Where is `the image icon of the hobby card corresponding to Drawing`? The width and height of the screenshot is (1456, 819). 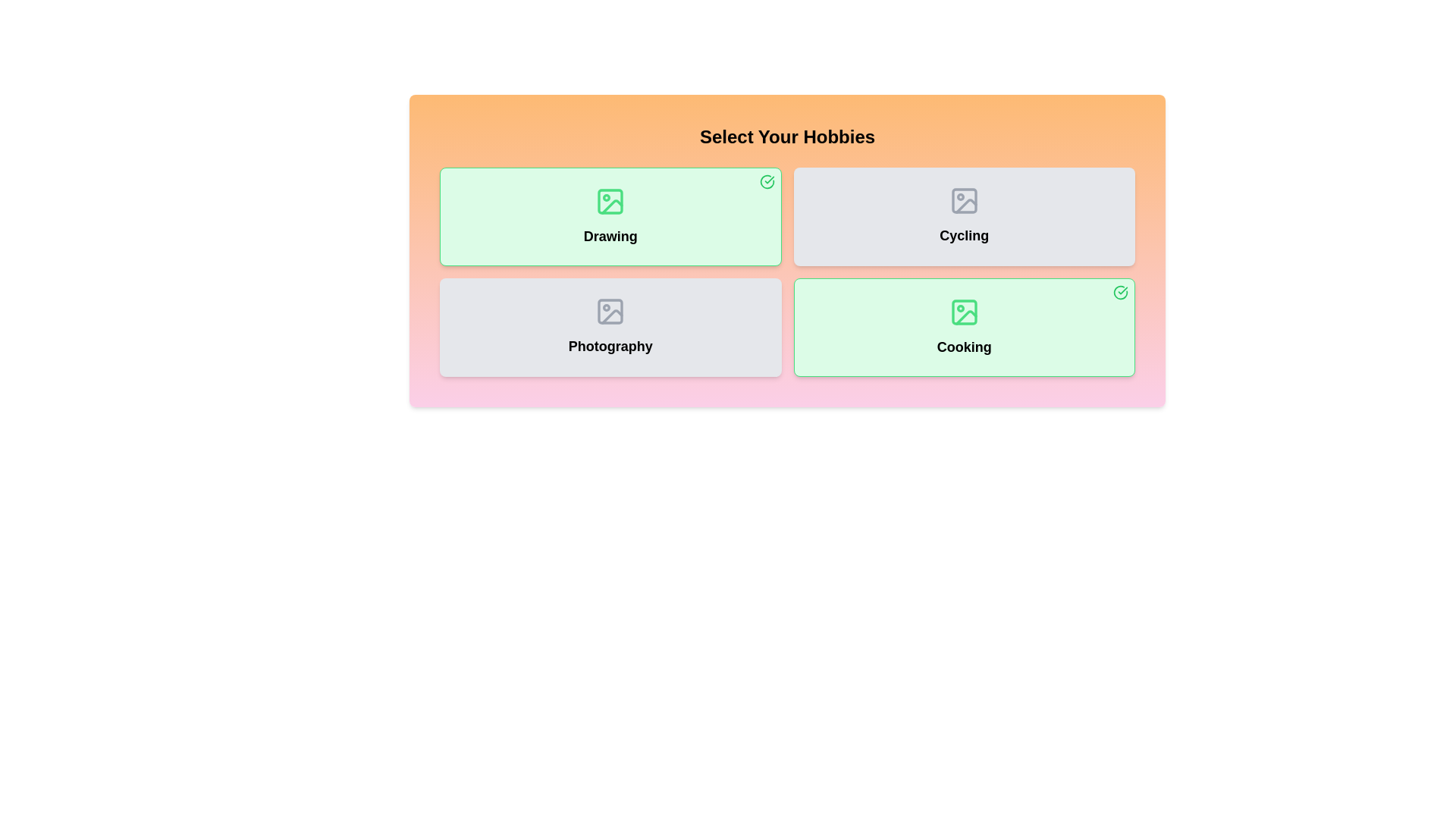
the image icon of the hobby card corresponding to Drawing is located at coordinates (610, 201).